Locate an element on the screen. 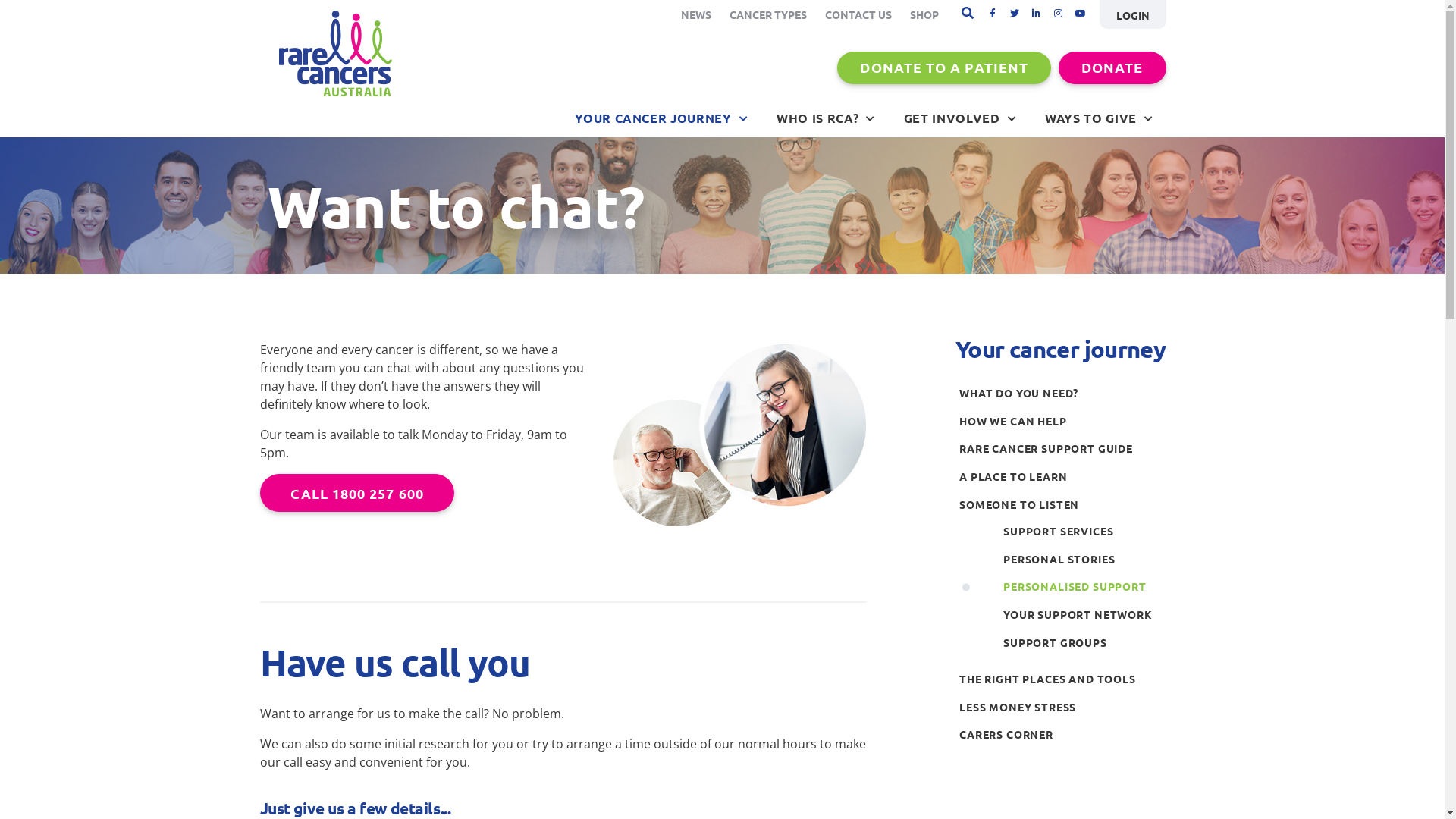 Image resolution: width=1456 pixels, height=819 pixels. 'RARE CANCER SUPPORT GUIDE' is located at coordinates (1065, 447).